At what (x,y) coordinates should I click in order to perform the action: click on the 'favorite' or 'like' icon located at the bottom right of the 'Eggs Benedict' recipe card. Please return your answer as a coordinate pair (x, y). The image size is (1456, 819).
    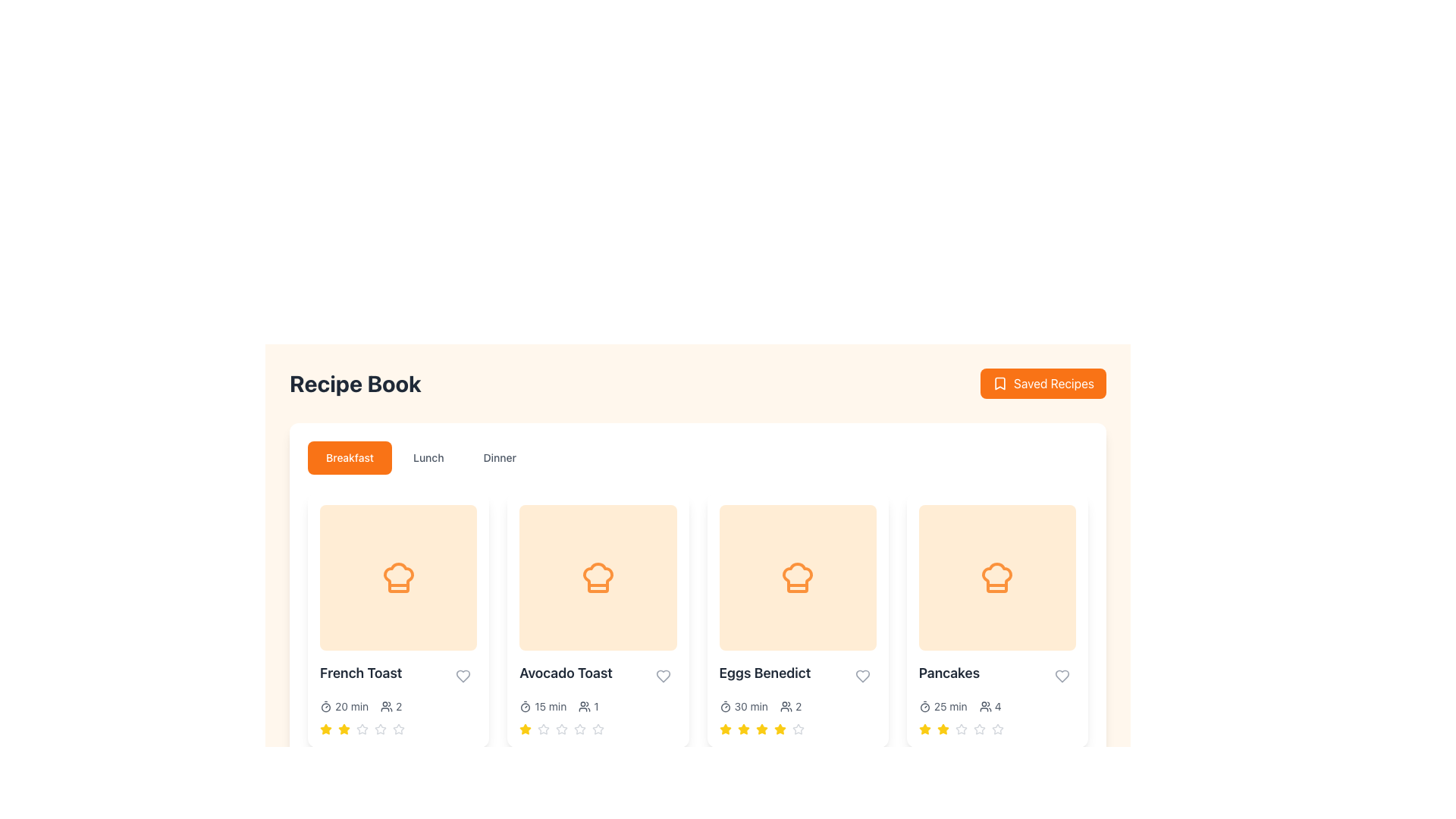
    Looking at the image, I should click on (862, 675).